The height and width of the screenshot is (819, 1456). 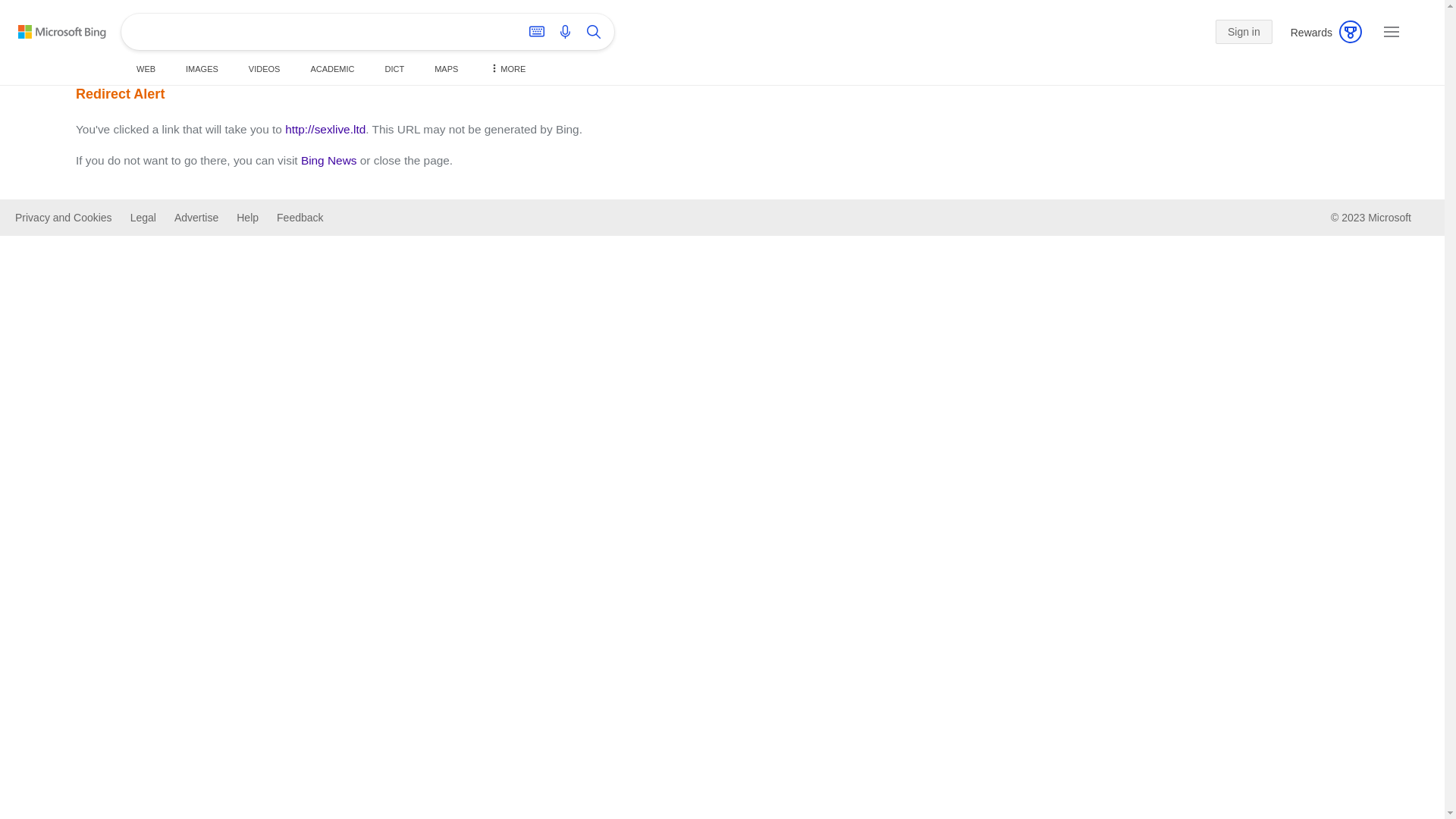 I want to click on 'Search', so click(x=592, y=32).